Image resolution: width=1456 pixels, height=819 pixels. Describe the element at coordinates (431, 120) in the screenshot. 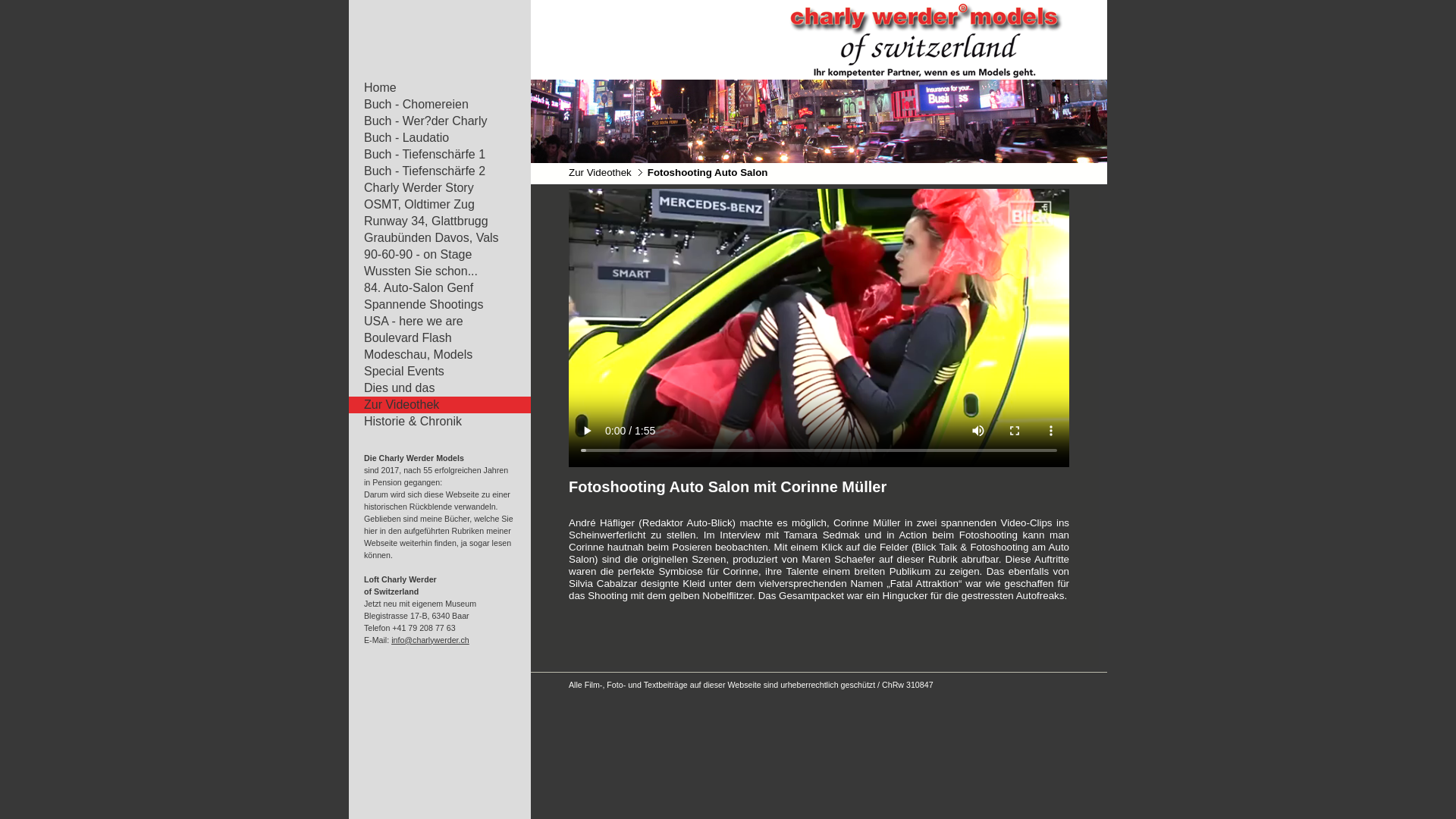

I see `'Buch - Wer?der Charly'` at that location.